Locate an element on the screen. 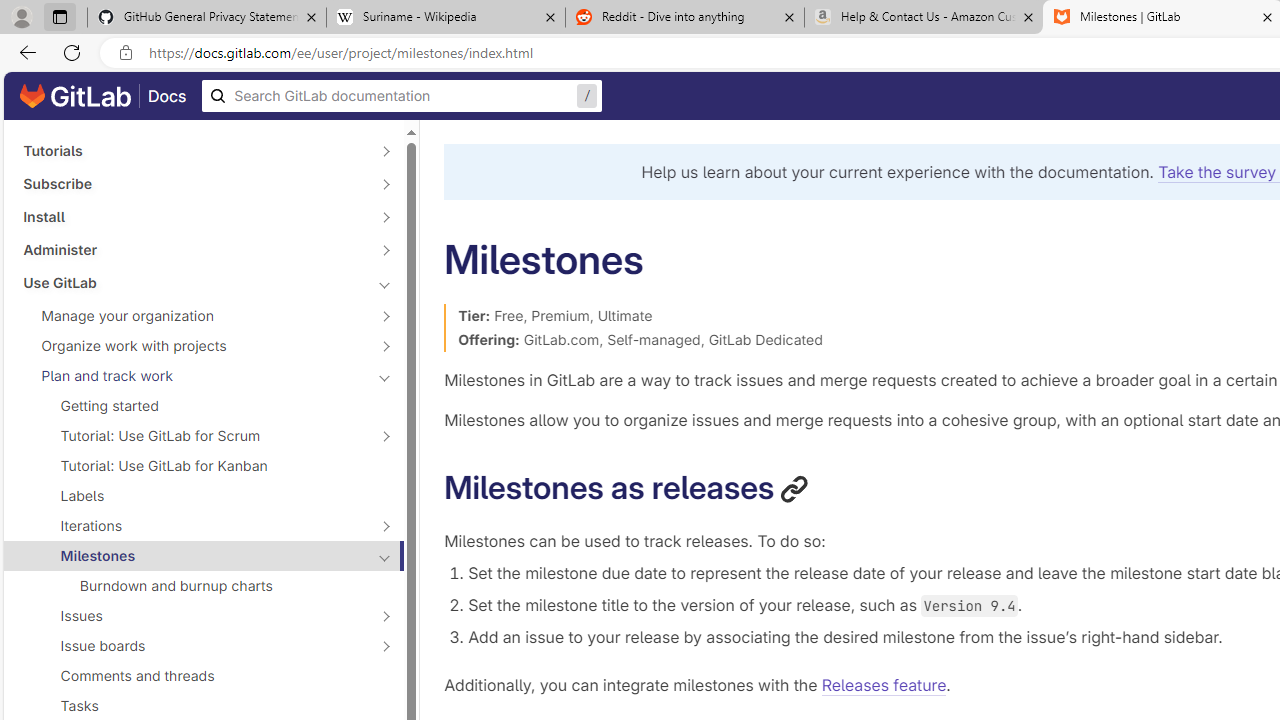 This screenshot has width=1280, height=720. 'Organize work with projects' is located at coordinates (192, 344).